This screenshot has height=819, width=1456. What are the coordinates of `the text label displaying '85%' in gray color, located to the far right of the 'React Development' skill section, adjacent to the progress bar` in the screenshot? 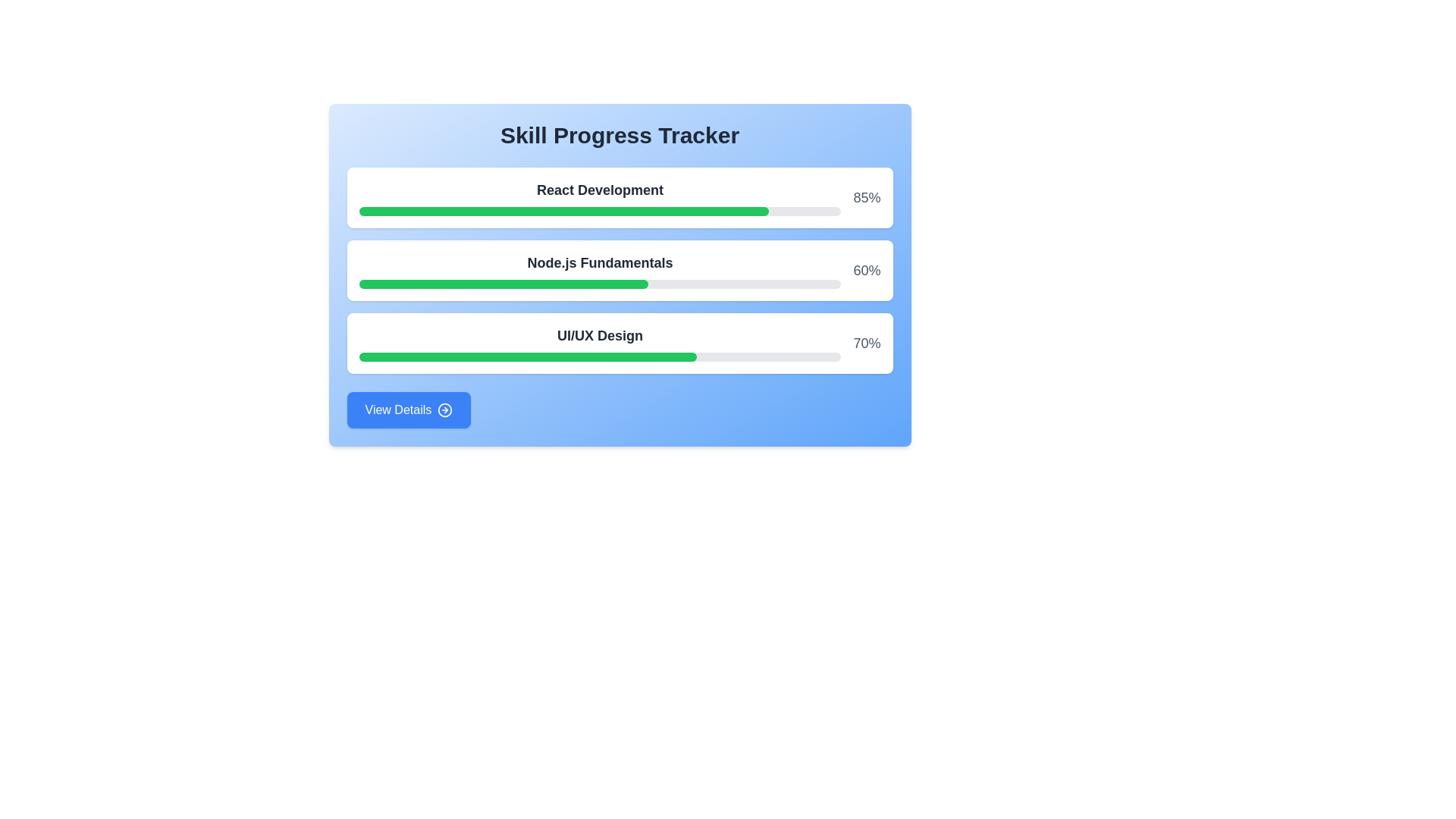 It's located at (867, 197).